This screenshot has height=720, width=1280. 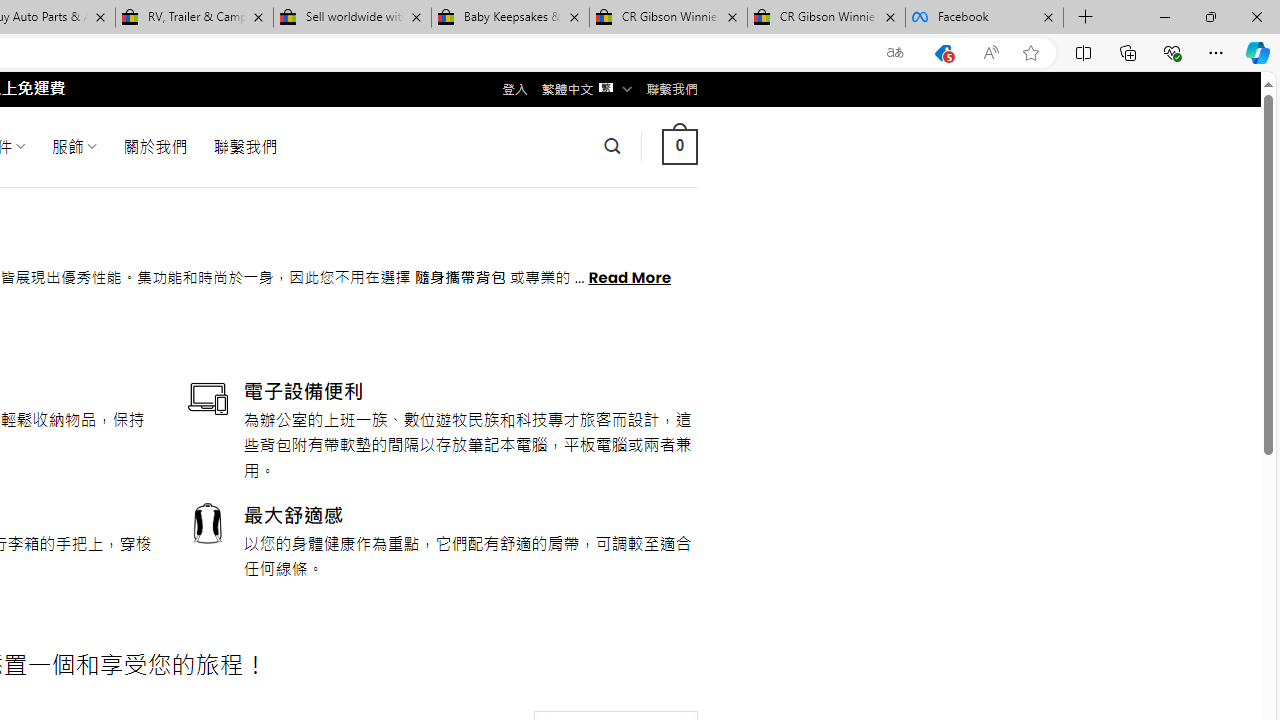 I want to click on 'Read aloud this page (Ctrl+Shift+U)', so click(x=991, y=52).